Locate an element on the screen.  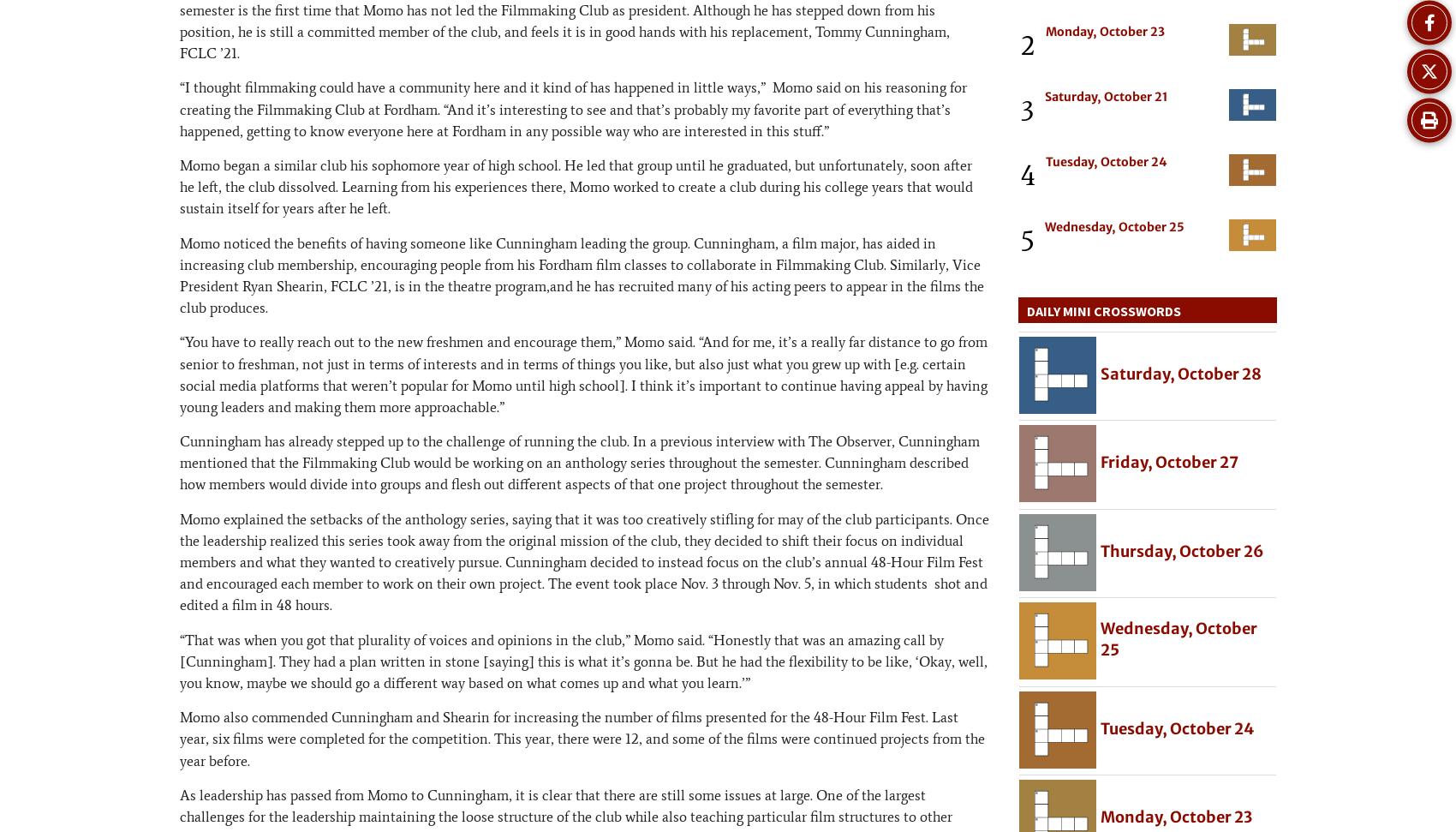
'2' is located at coordinates (1027, 45).